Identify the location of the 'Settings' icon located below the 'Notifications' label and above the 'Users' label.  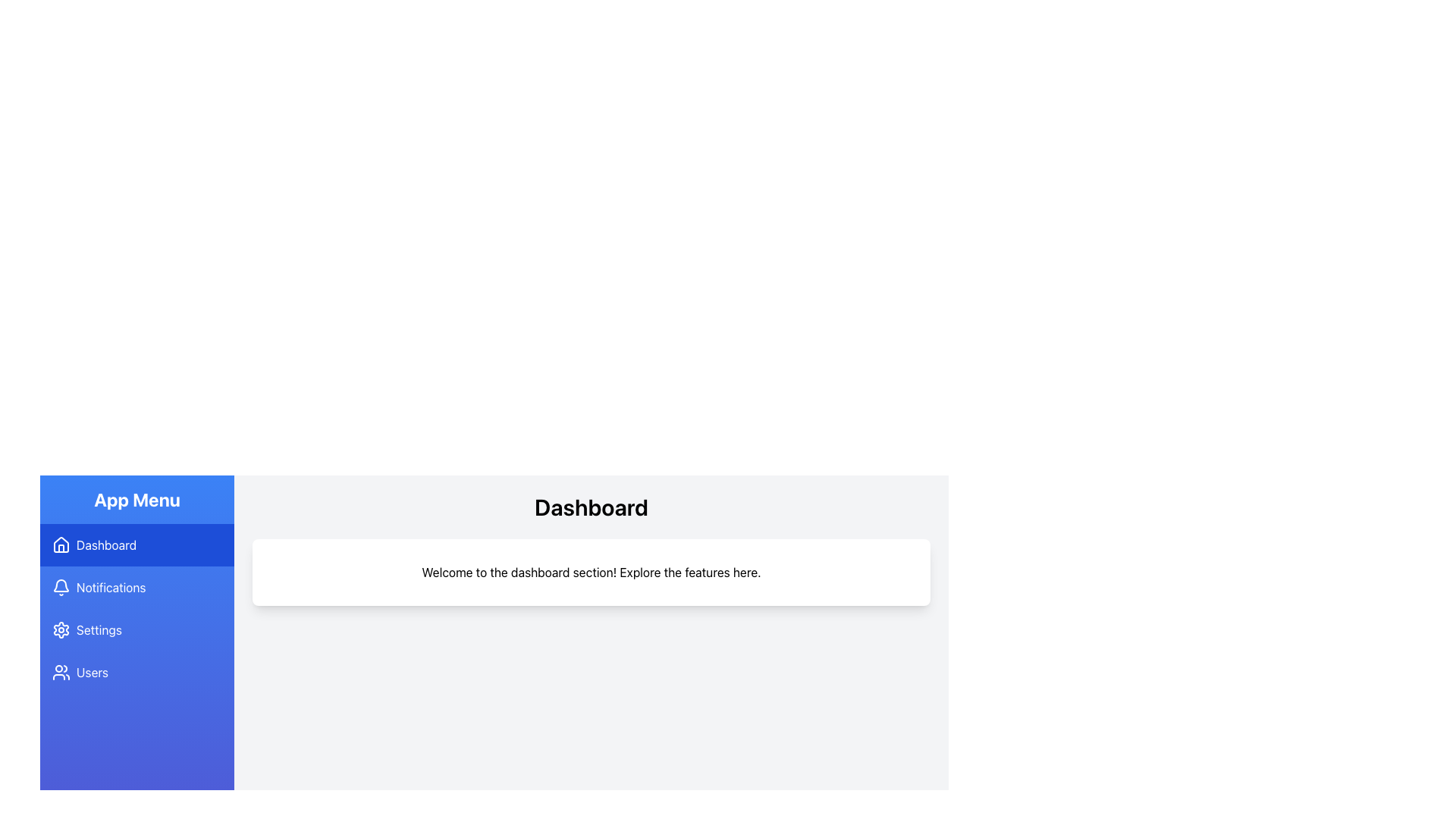
(61, 629).